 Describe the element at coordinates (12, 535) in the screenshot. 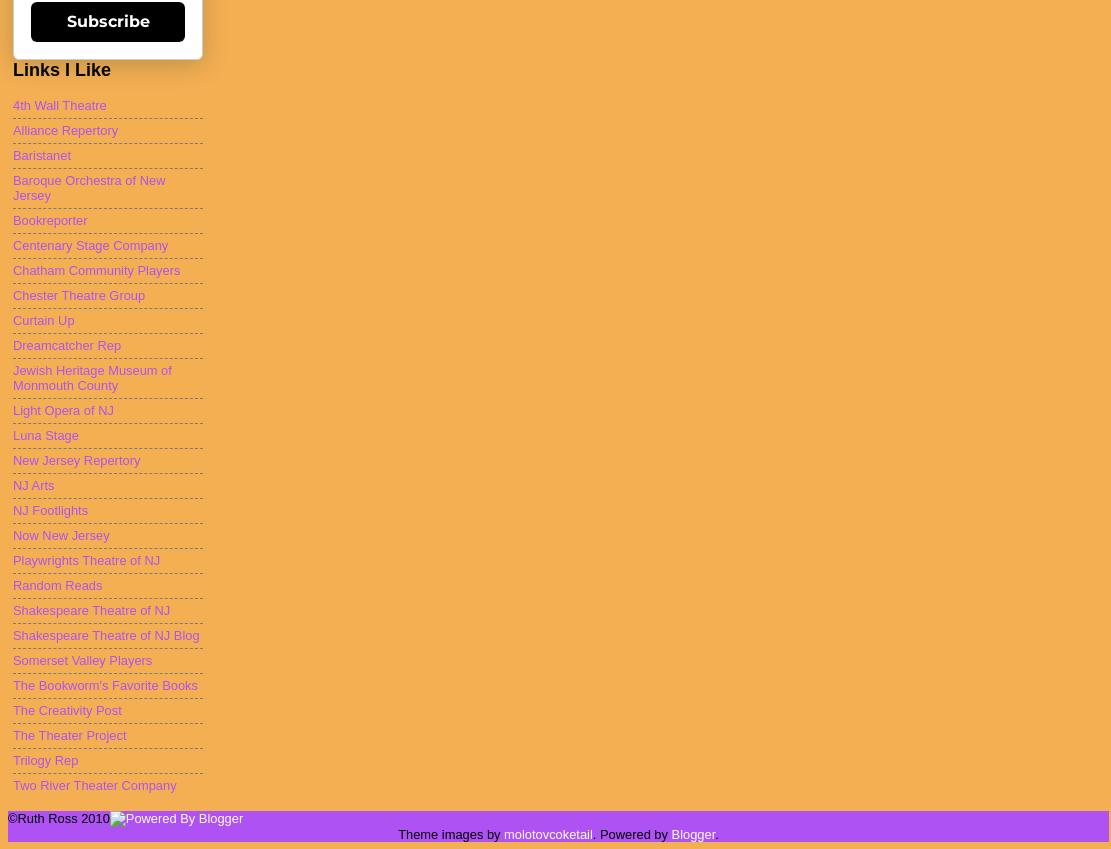

I see `'Now New Jersey'` at that location.